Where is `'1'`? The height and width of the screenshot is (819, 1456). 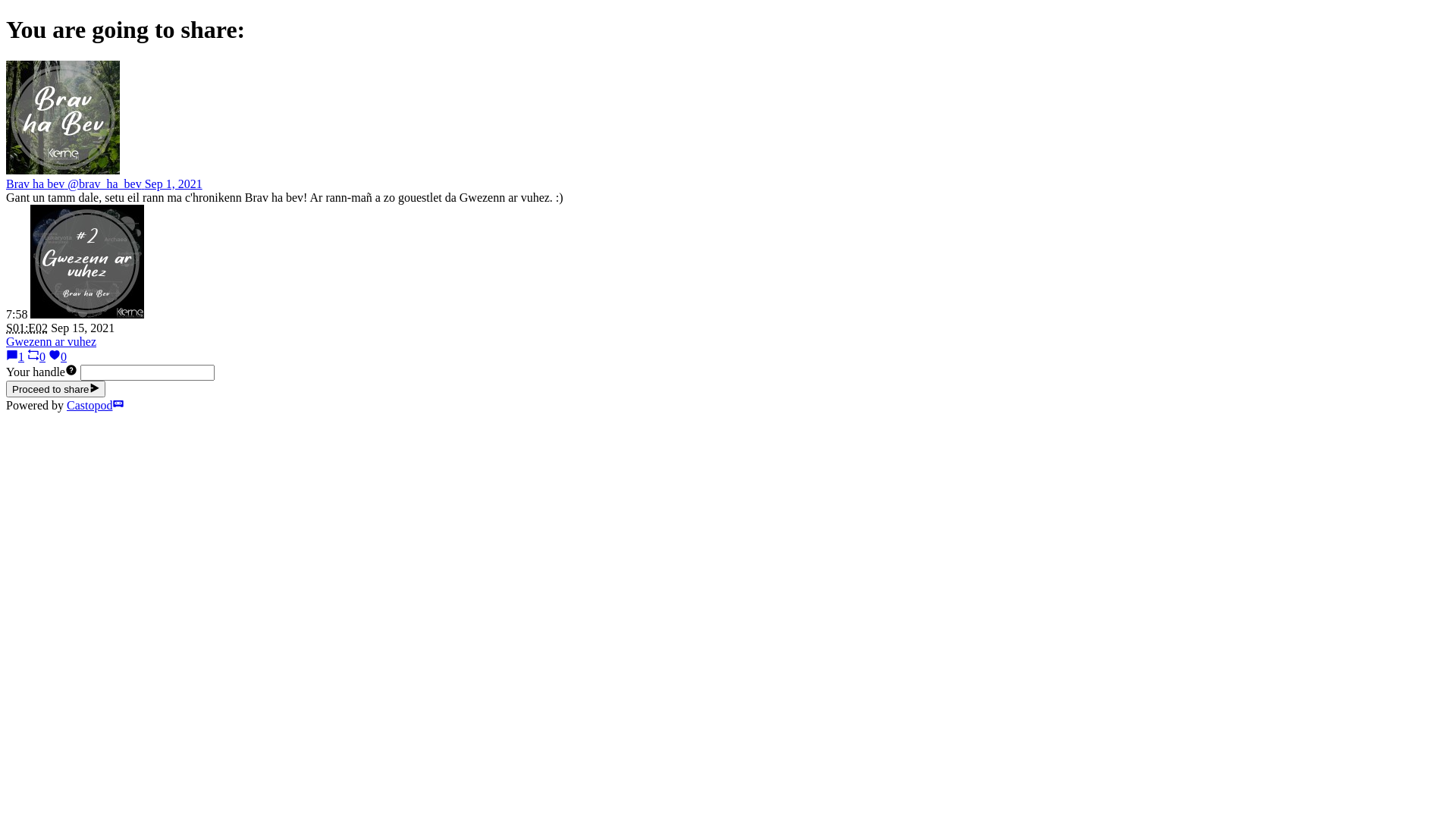
'1' is located at coordinates (14, 356).